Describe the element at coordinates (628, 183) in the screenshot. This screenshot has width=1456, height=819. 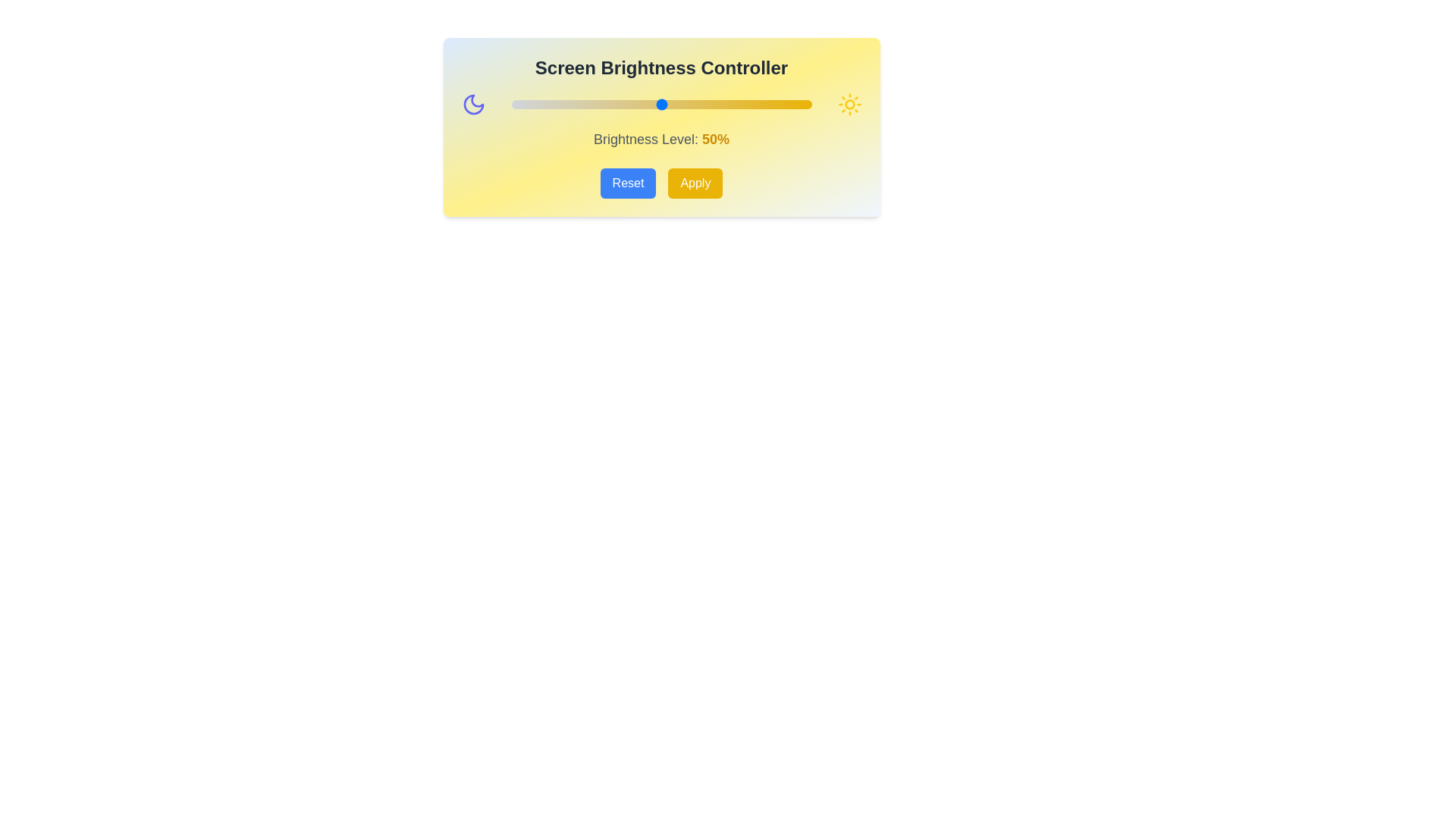
I see `'Reset' button to restore the brightness to its default value` at that location.